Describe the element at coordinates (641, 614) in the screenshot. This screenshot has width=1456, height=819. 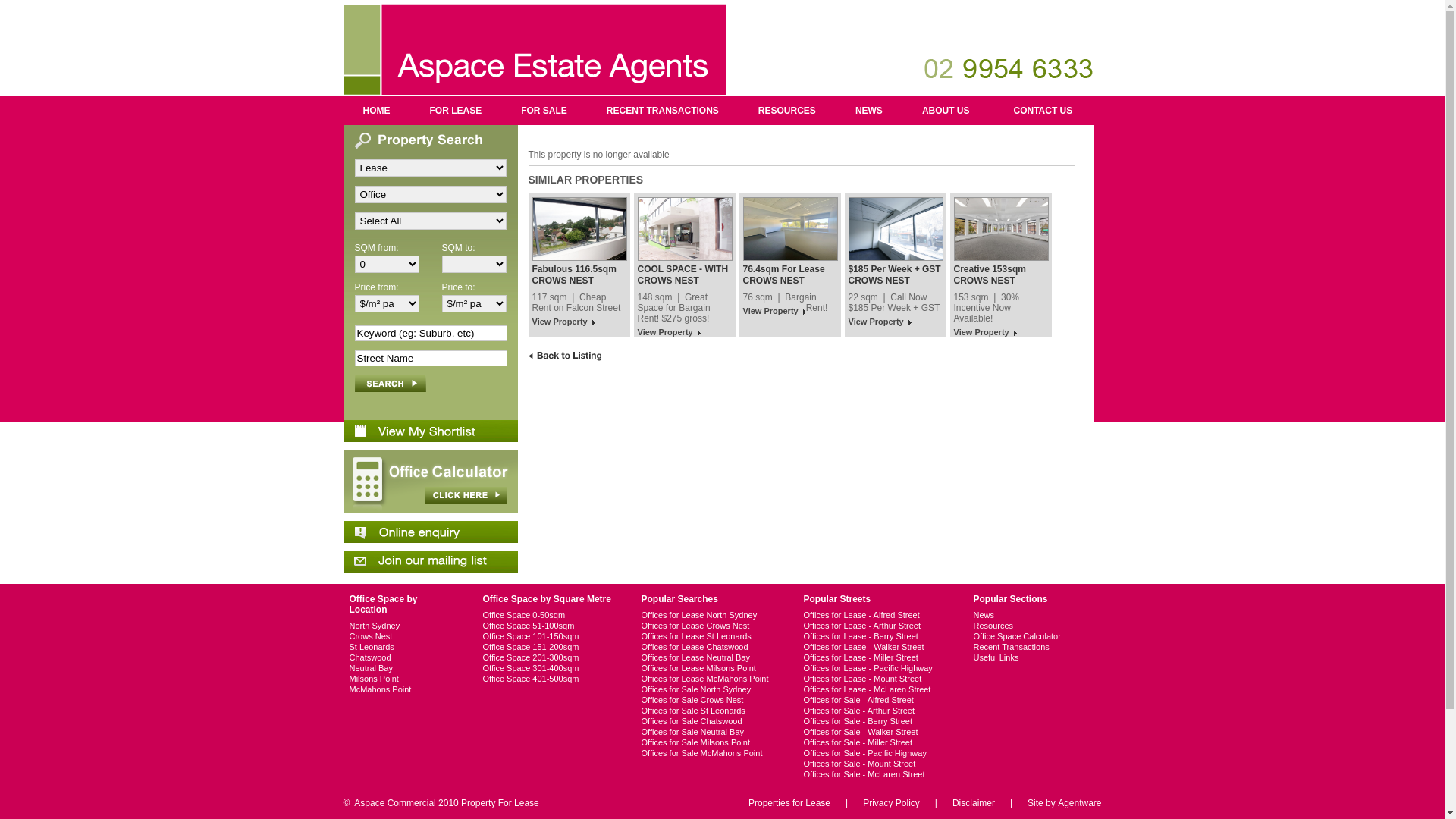
I see `'Offices for Lease North Sydney'` at that location.